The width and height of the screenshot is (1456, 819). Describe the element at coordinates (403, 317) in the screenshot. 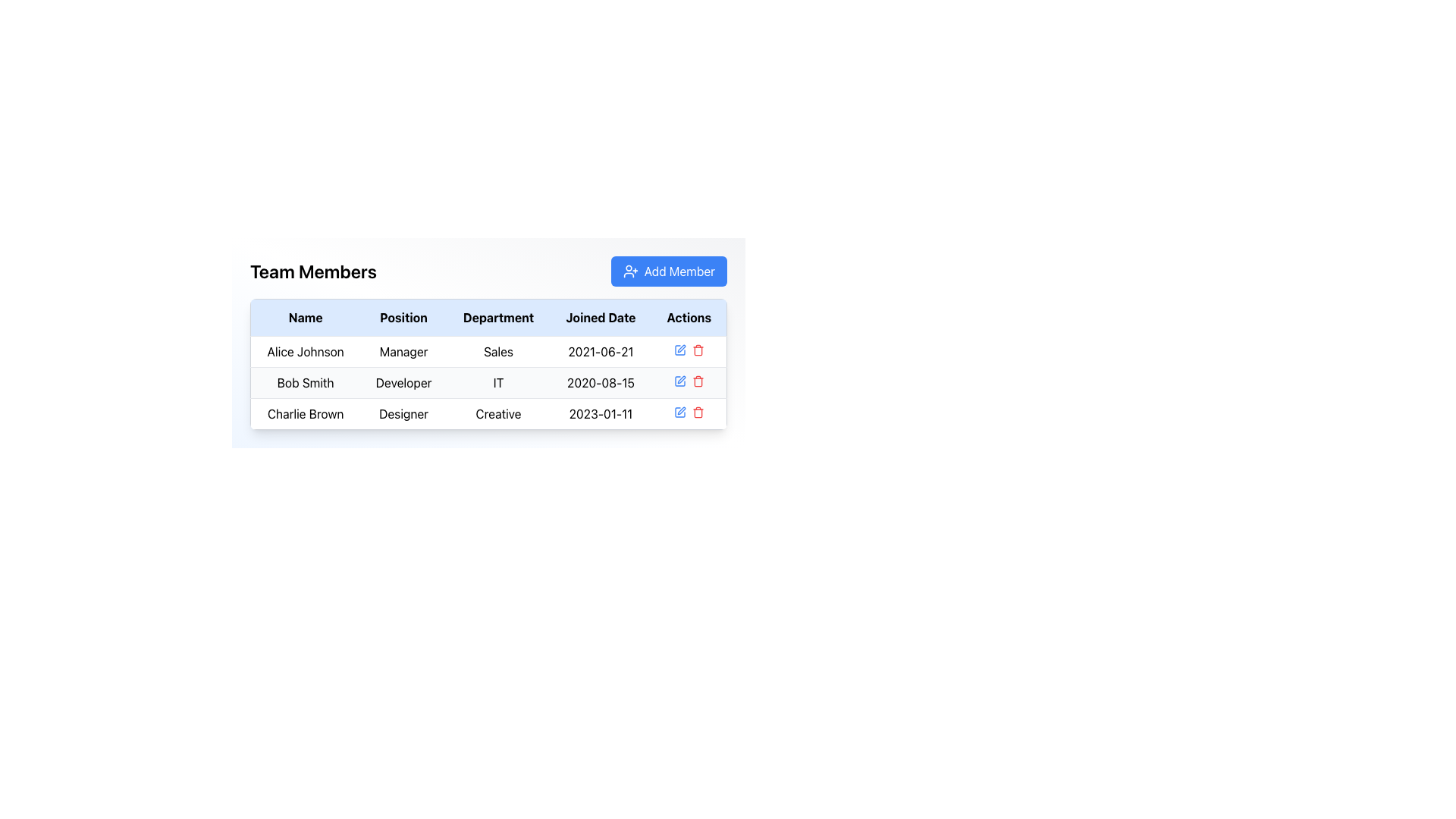

I see `the second header text label in the table that indicates the column contains information about positions of individuals listed, located between the 'Name' and 'Department' headers` at that location.